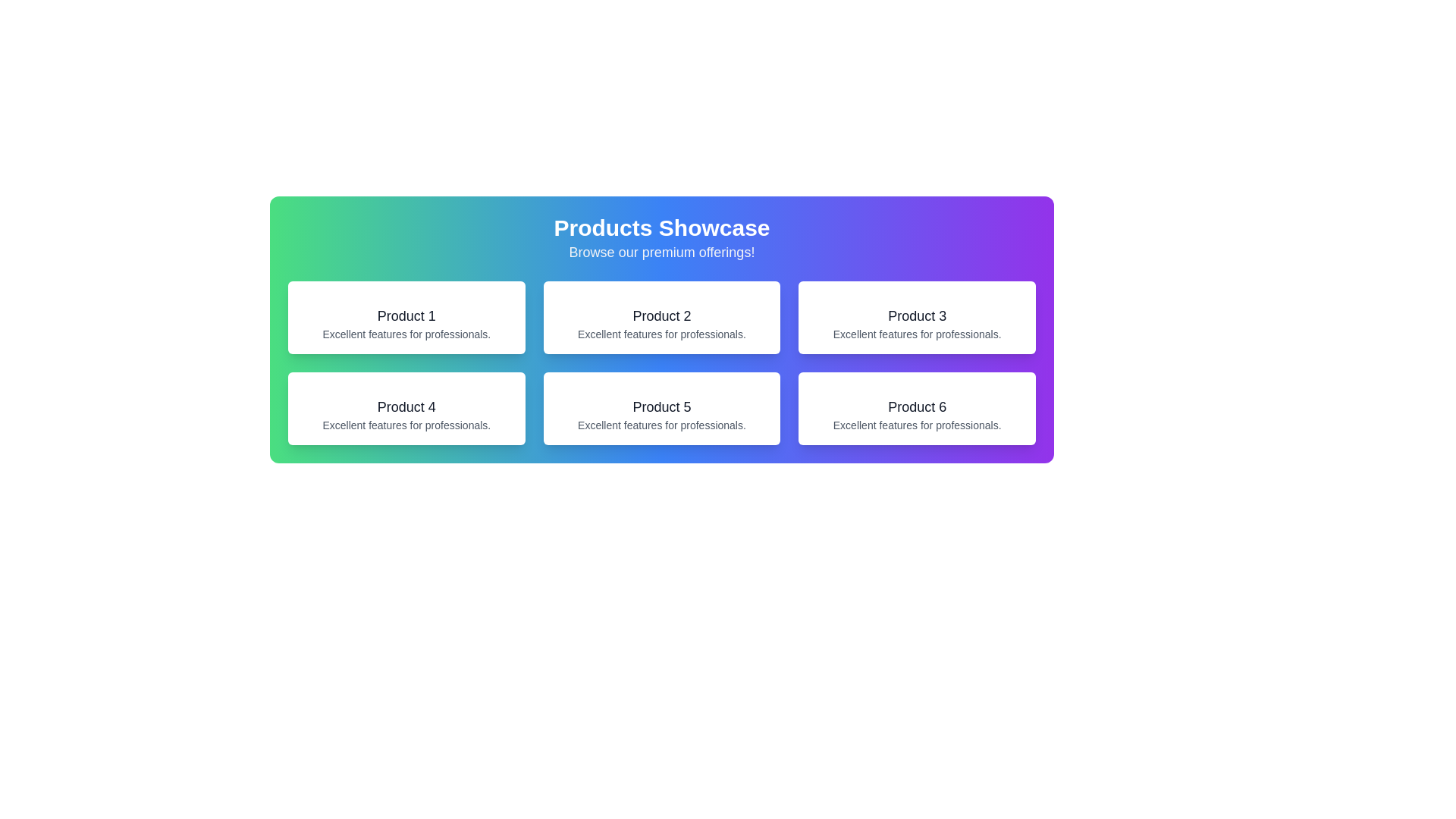 This screenshot has height=819, width=1456. I want to click on the static text providing additional information about 'Product 3', located directly beneath its title in the product card, so click(916, 333).